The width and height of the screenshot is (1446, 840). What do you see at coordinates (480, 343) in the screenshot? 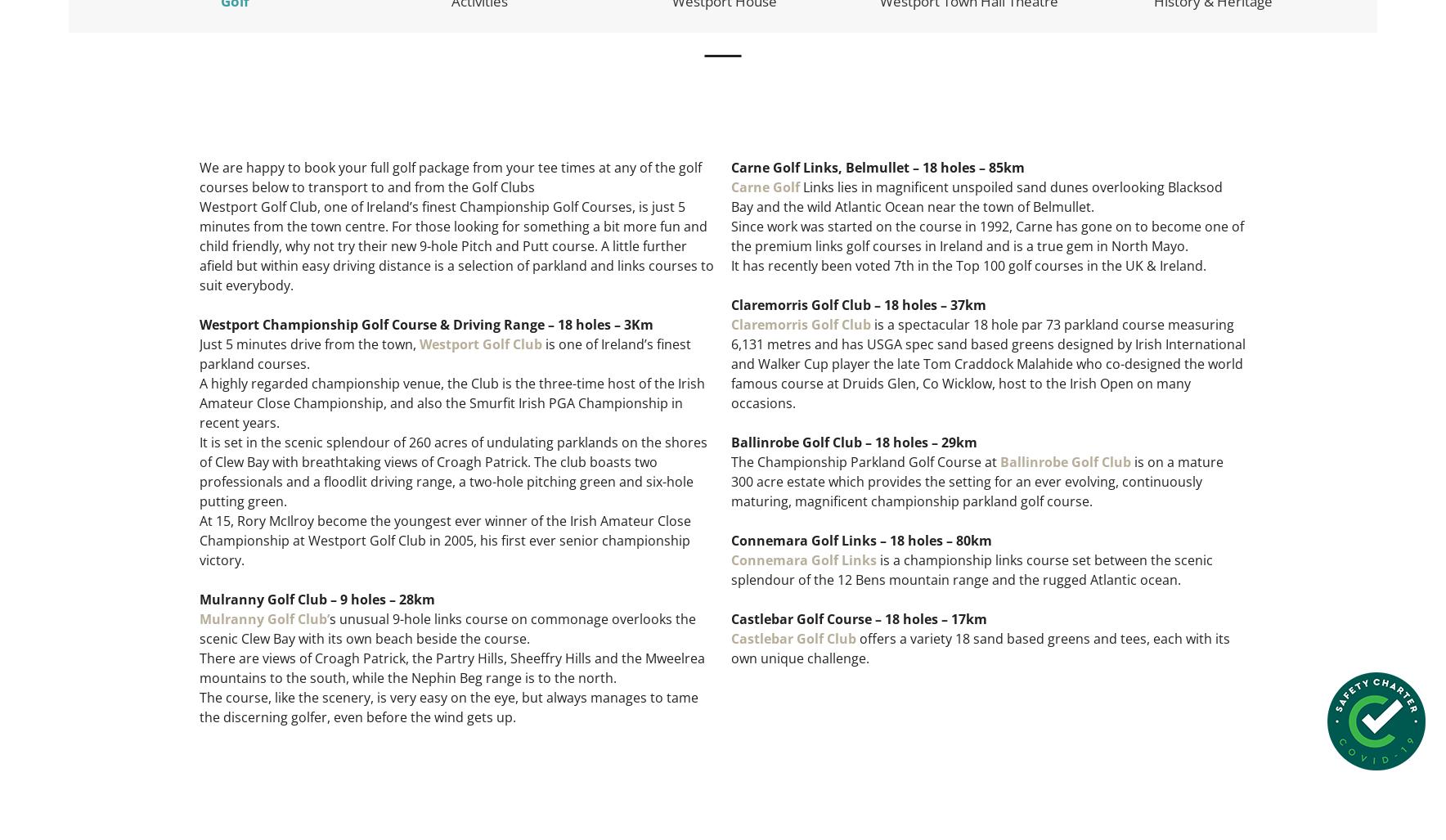
I see `'Westport Golf Club'` at bounding box center [480, 343].